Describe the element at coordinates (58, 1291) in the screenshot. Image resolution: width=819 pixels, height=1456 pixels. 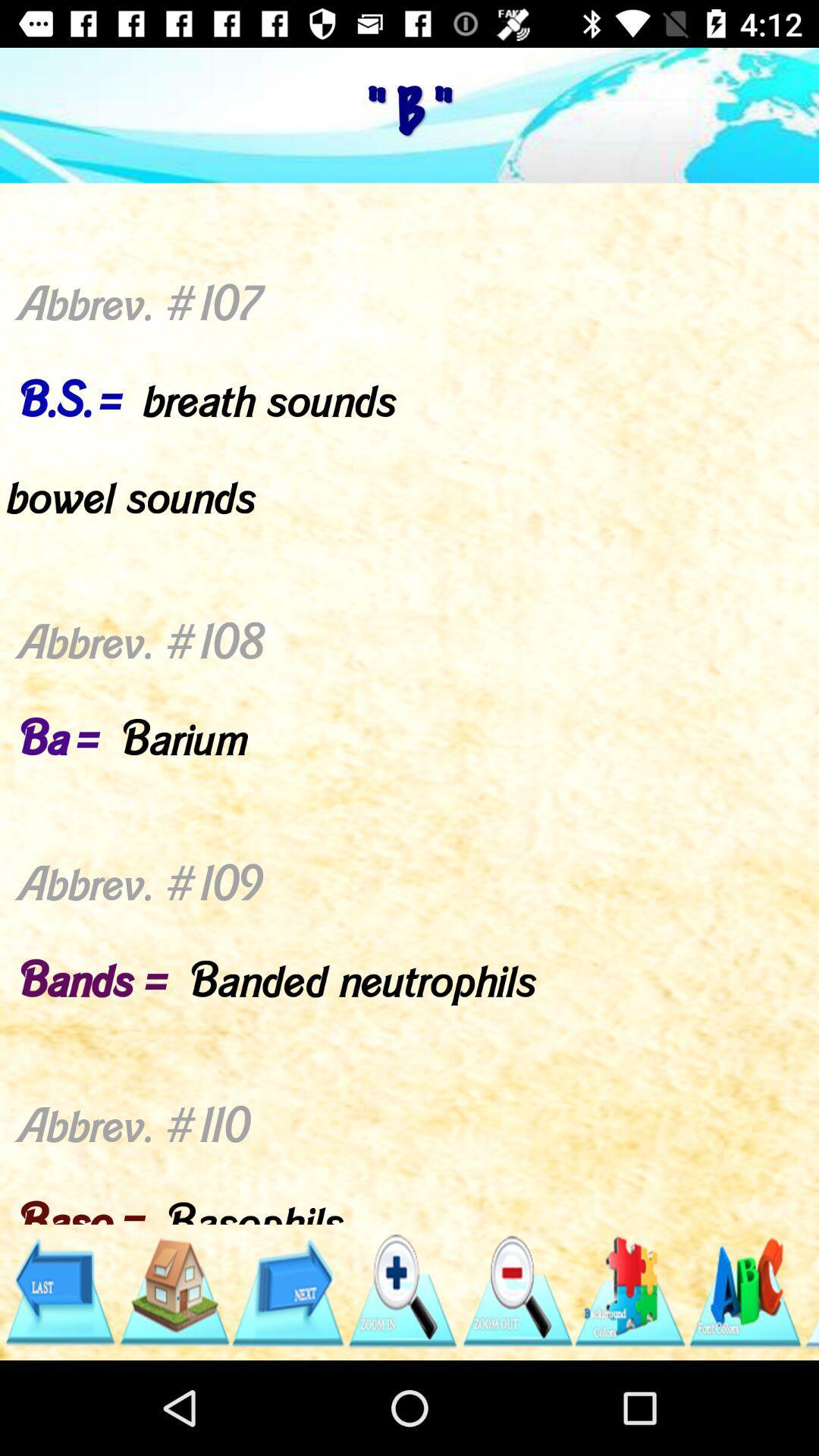
I see `back` at that location.